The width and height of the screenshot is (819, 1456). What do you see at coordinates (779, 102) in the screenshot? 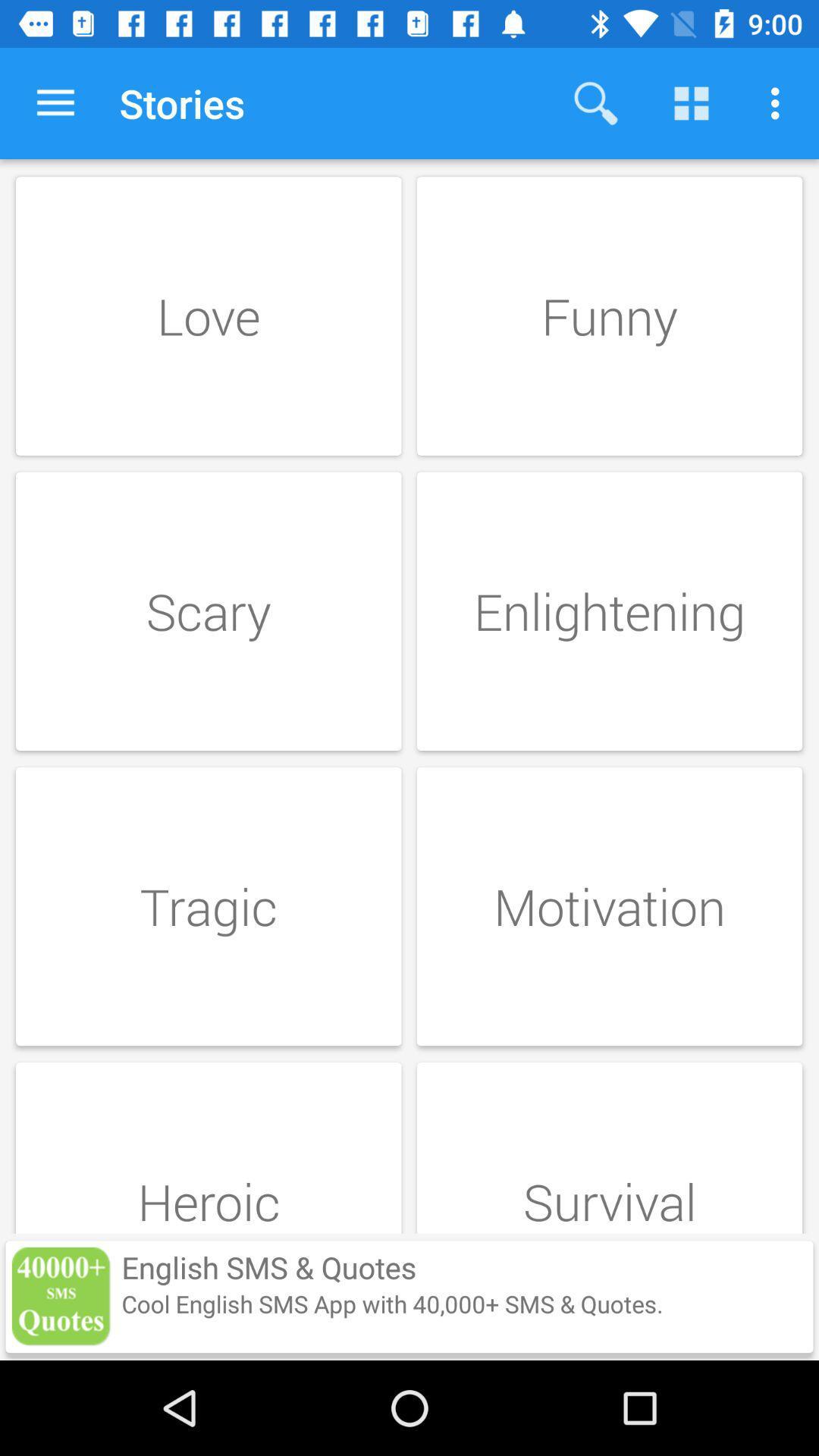
I see `icon above the funny` at bounding box center [779, 102].